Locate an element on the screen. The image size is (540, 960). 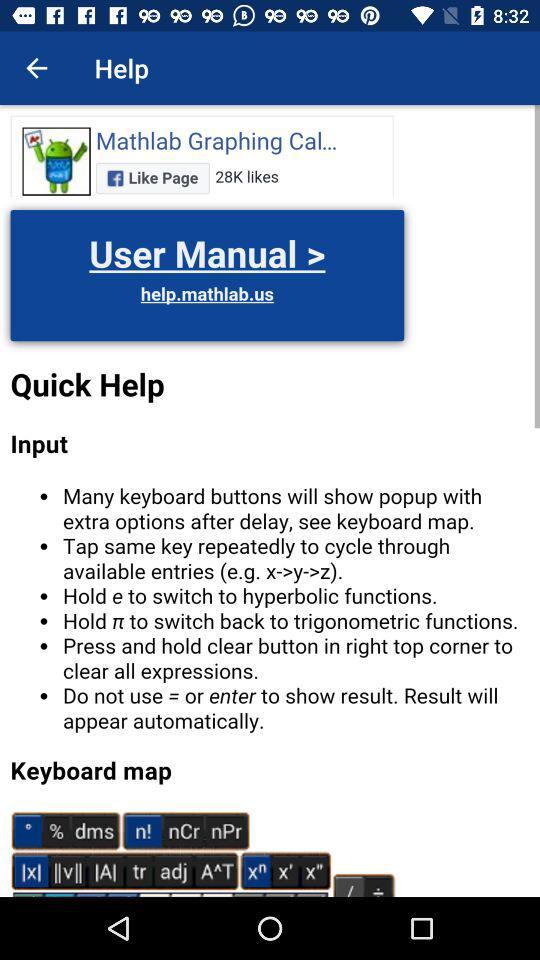
help body is located at coordinates (270, 500).